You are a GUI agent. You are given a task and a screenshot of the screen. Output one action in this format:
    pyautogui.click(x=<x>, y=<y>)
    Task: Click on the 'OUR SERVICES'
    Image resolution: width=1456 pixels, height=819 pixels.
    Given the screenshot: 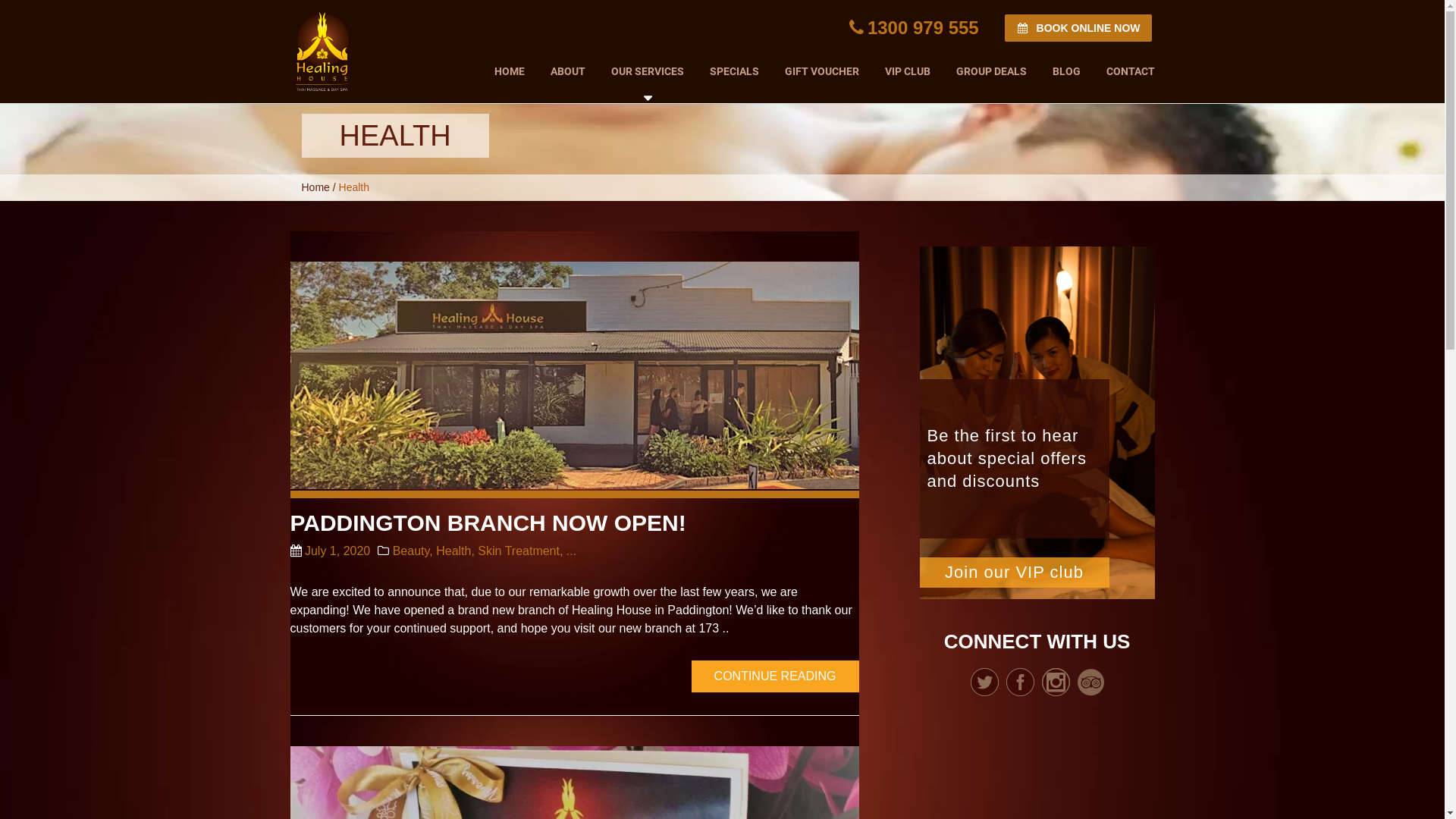 What is the action you would take?
    pyautogui.click(x=647, y=71)
    